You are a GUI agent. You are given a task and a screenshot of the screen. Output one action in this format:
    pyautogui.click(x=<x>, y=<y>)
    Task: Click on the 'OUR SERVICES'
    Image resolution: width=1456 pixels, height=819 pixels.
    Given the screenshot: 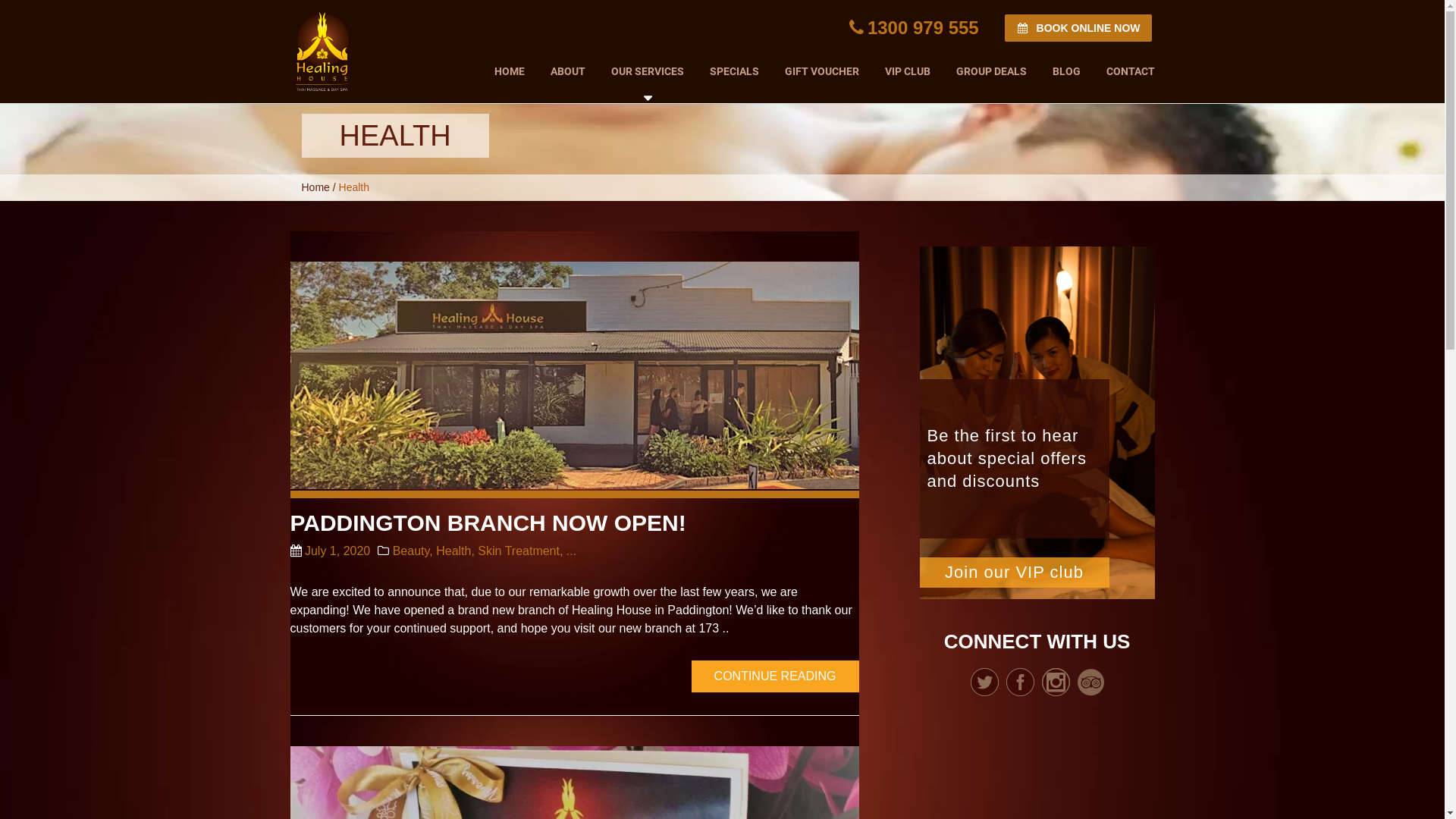 What is the action you would take?
    pyautogui.click(x=647, y=71)
    